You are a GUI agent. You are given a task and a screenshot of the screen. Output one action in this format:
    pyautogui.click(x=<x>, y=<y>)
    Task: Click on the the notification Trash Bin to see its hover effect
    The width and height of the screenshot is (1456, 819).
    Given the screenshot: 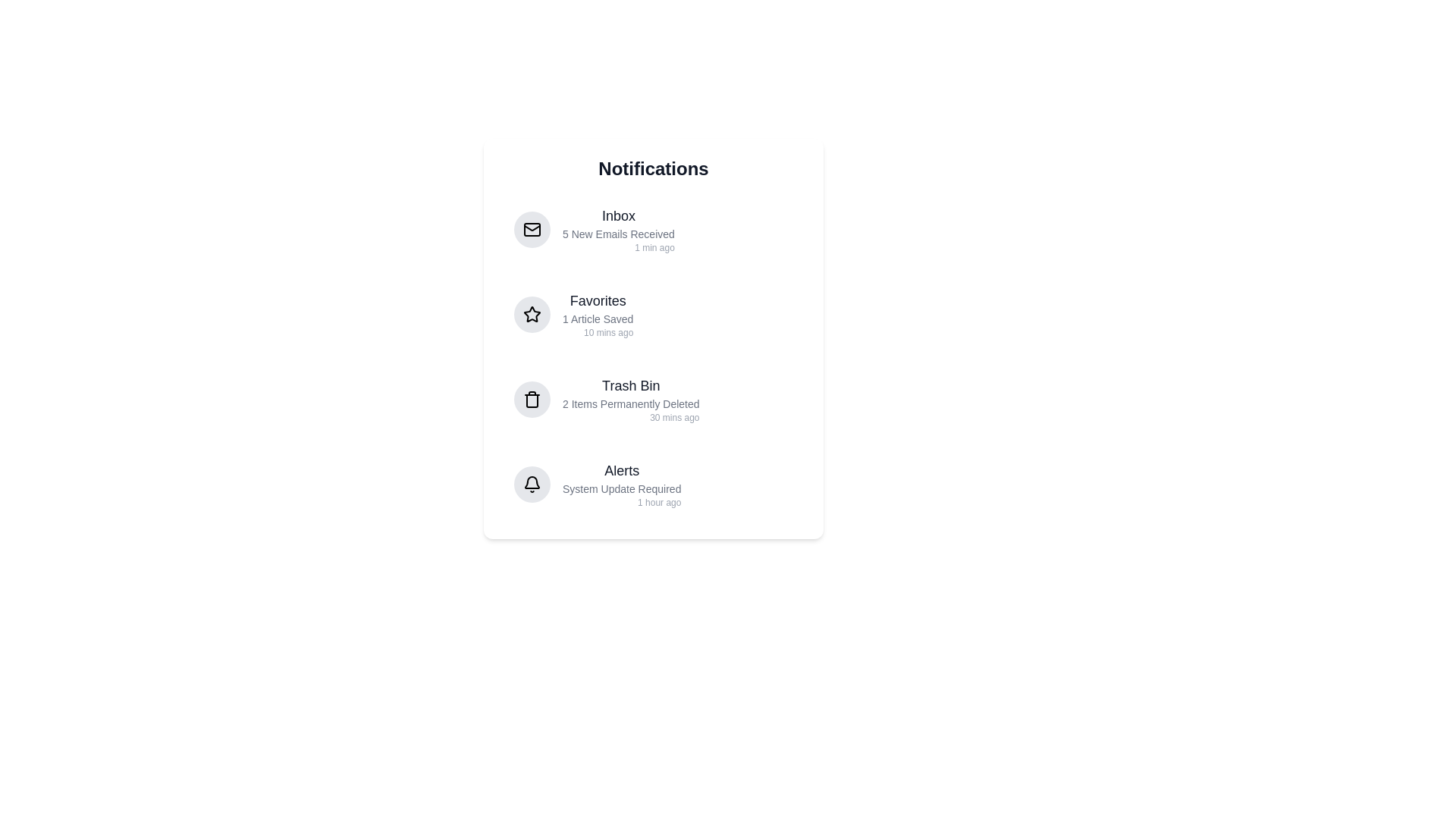 What is the action you would take?
    pyautogui.click(x=654, y=399)
    